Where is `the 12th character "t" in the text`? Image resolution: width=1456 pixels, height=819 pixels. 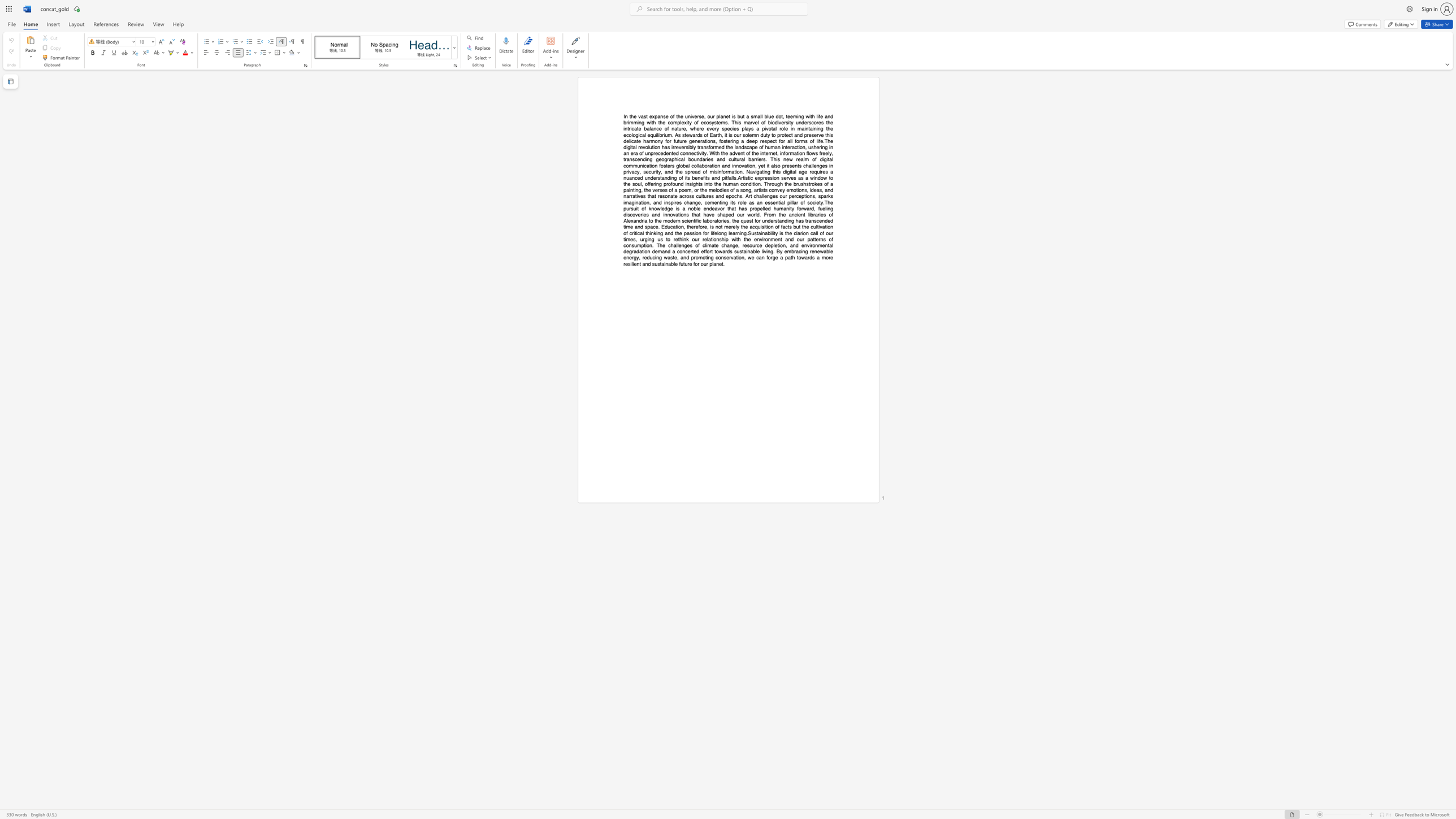
the 12th character "t" in the text is located at coordinates (744, 153).